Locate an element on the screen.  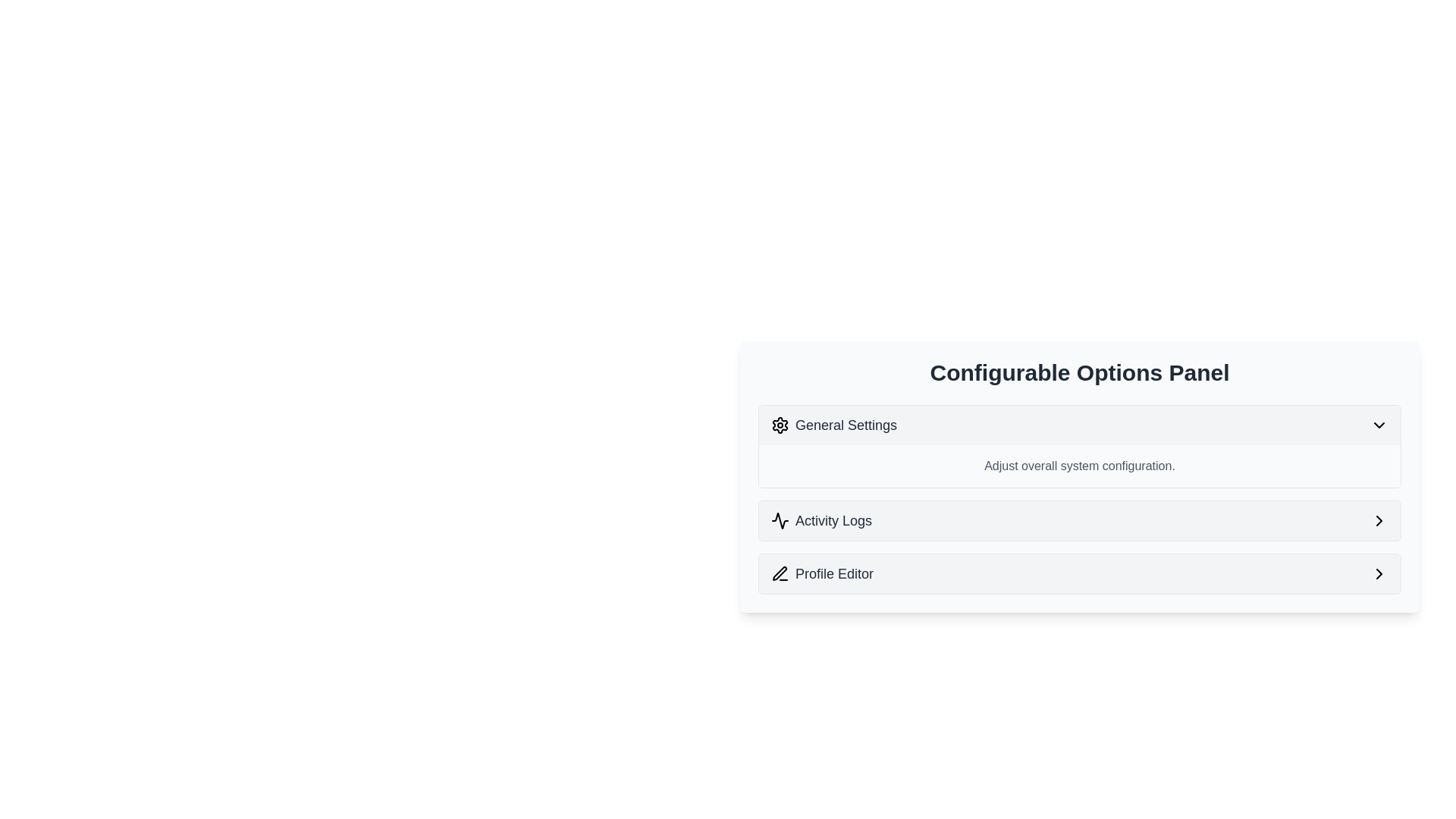
the Chevron icon located on the far-right side of the 'Activity Logs' section within the 'Configurable Options Panel' is located at coordinates (1379, 519).